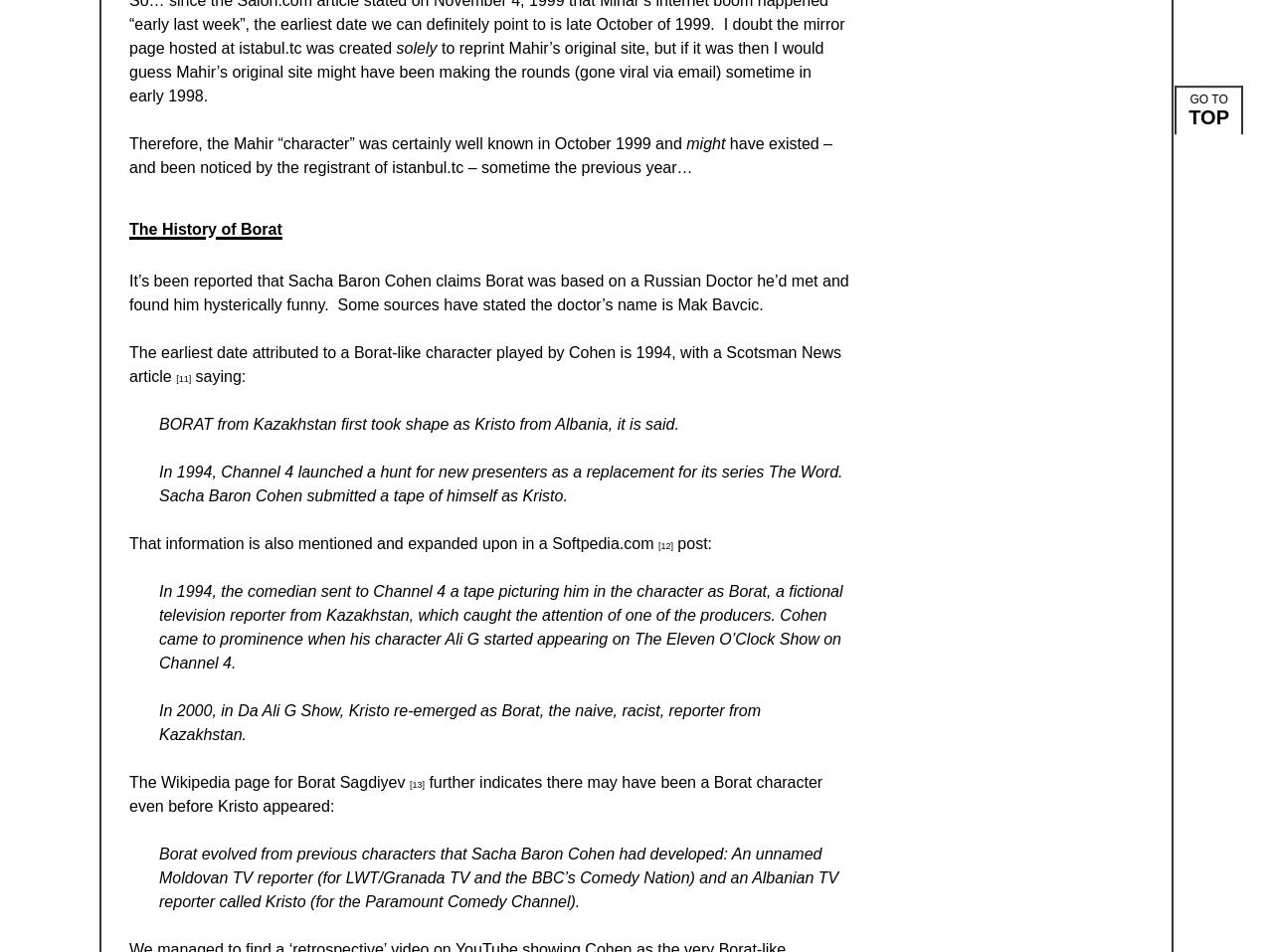 This screenshot has height=952, width=1273. What do you see at coordinates (480, 154) in the screenshot?
I see `'have existed – and been noticed by the registrant of istanbul.tc – sometime the previous year…'` at bounding box center [480, 154].